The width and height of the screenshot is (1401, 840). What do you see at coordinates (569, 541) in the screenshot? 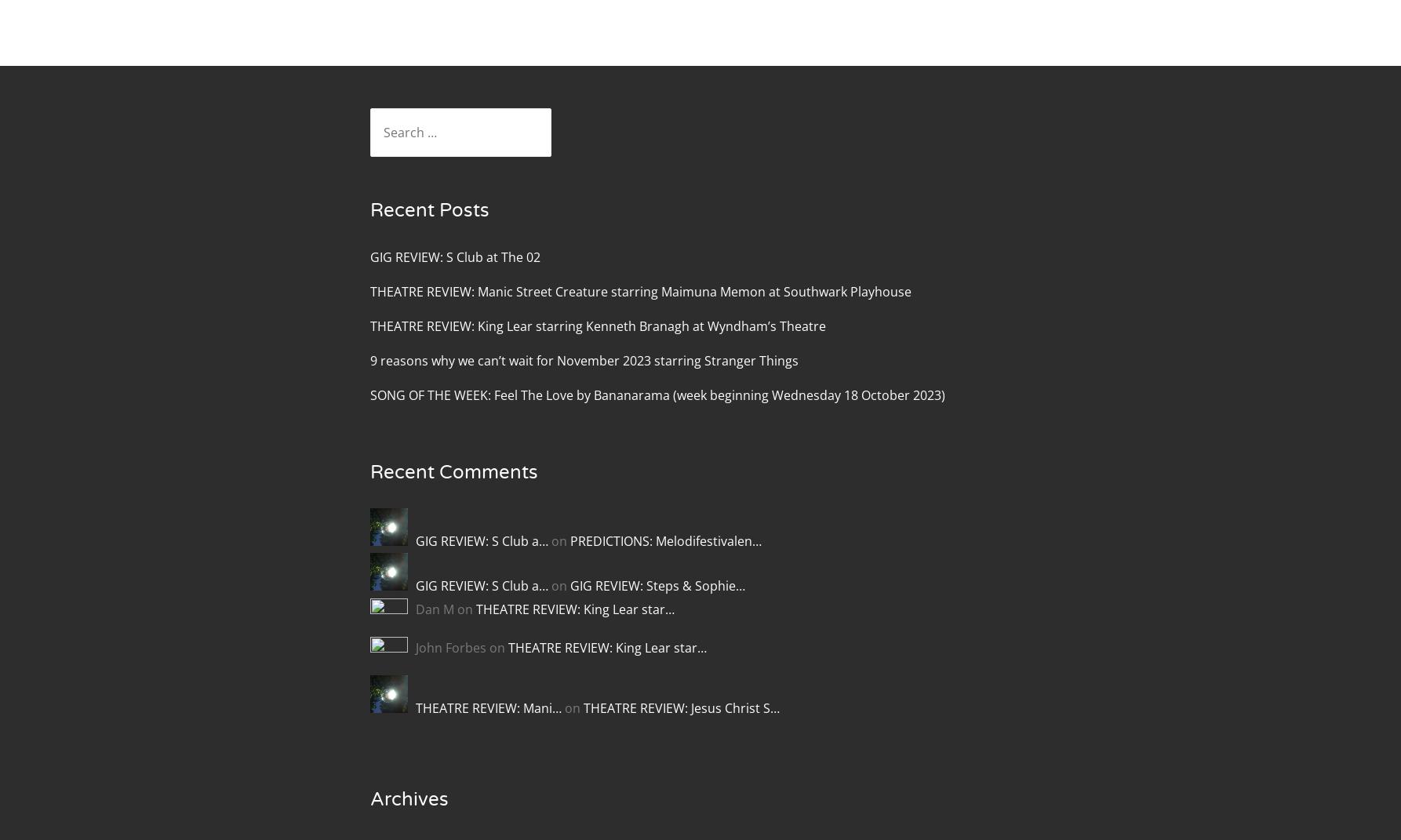
I see `'PREDICTIONS: Melodifestivalen…'` at bounding box center [569, 541].